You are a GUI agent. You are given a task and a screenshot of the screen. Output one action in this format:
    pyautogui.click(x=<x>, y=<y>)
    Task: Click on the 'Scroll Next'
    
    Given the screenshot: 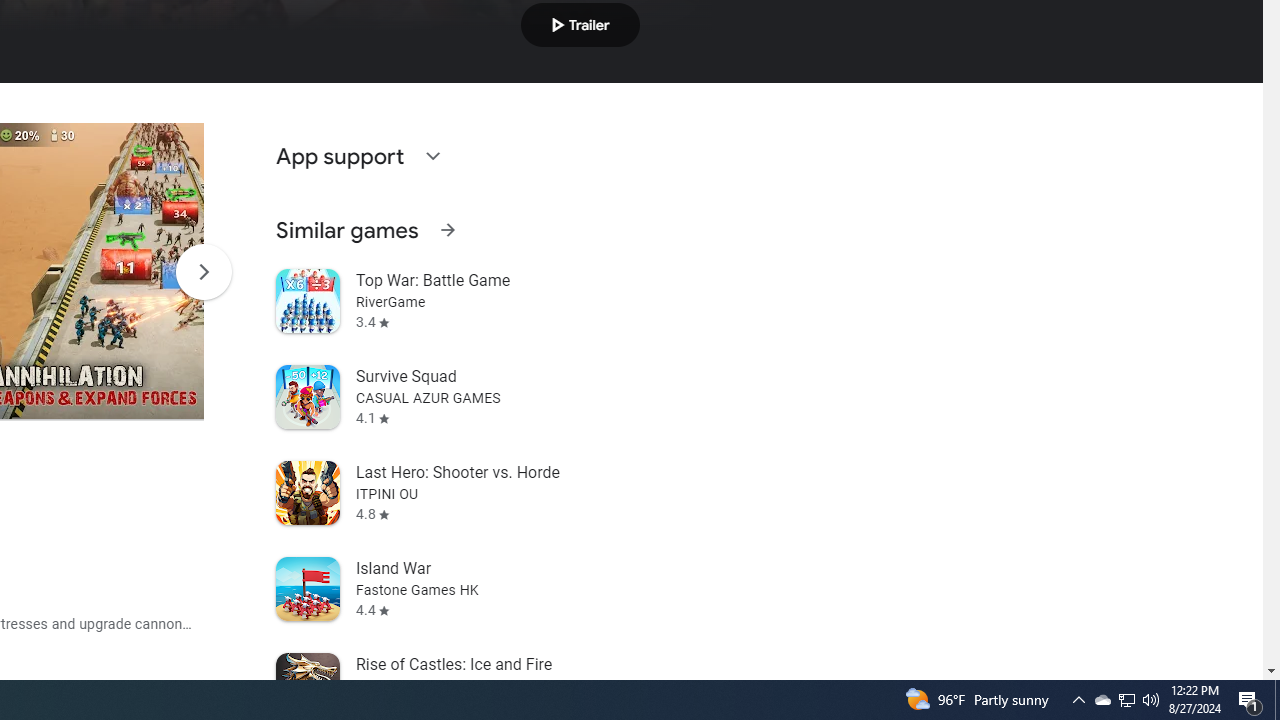 What is the action you would take?
    pyautogui.click(x=203, y=272)
    